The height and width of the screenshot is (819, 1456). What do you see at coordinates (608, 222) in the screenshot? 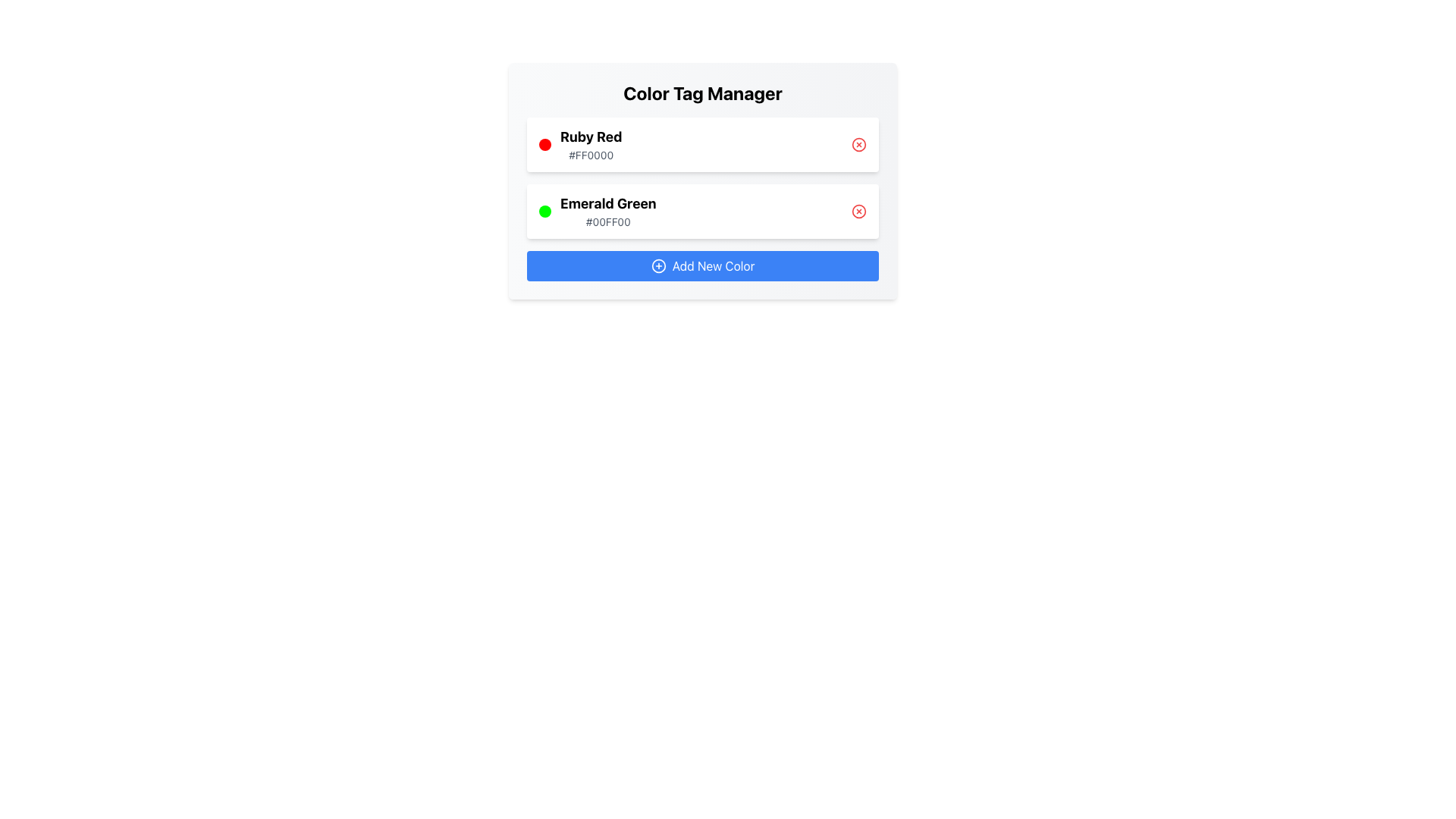
I see `the text label displaying the hexadecimal representation of the color associated with 'Emerald Green', which is positioned directly below the 'Emerald Green' label` at bounding box center [608, 222].